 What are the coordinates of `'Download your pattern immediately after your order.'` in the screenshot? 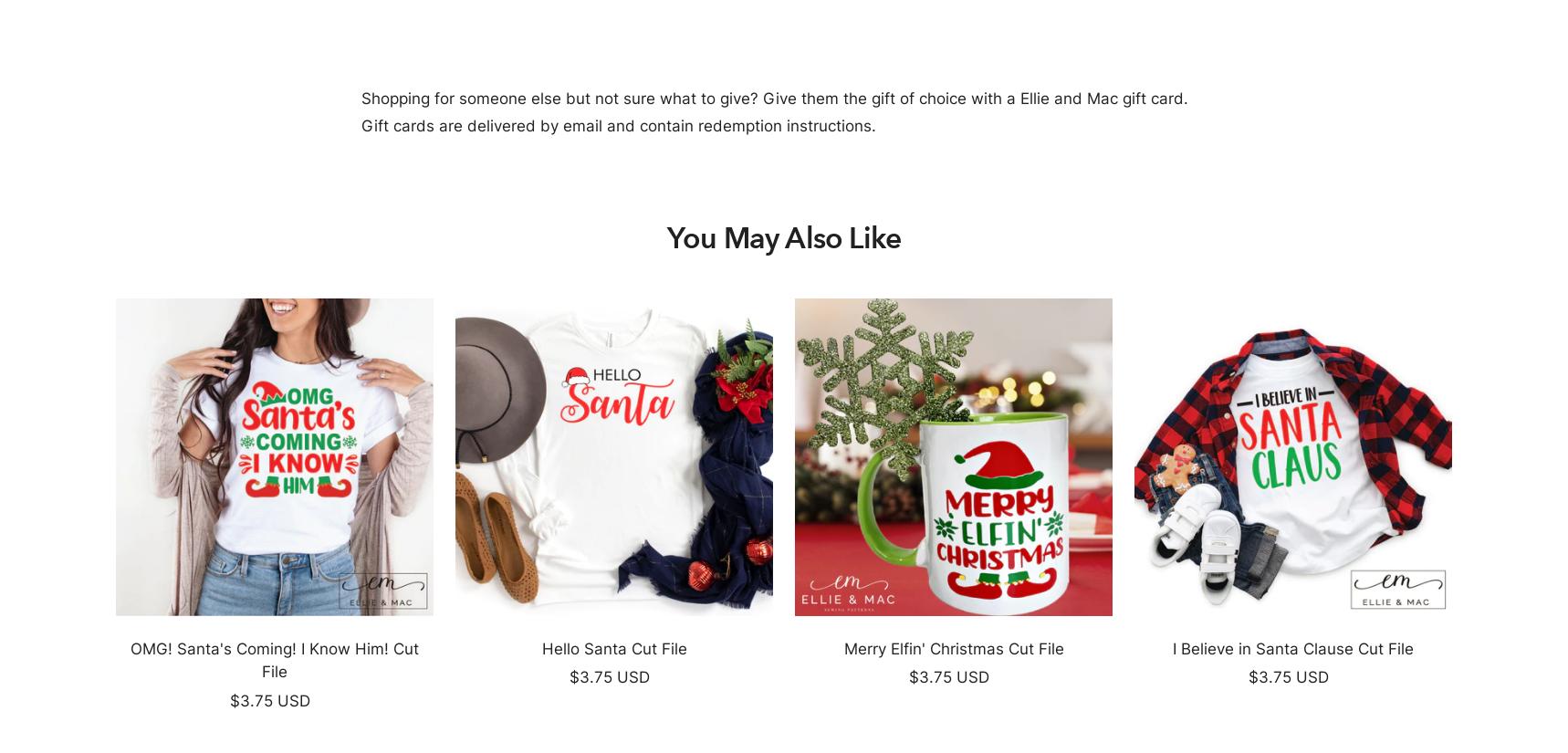 It's located at (373, 624).